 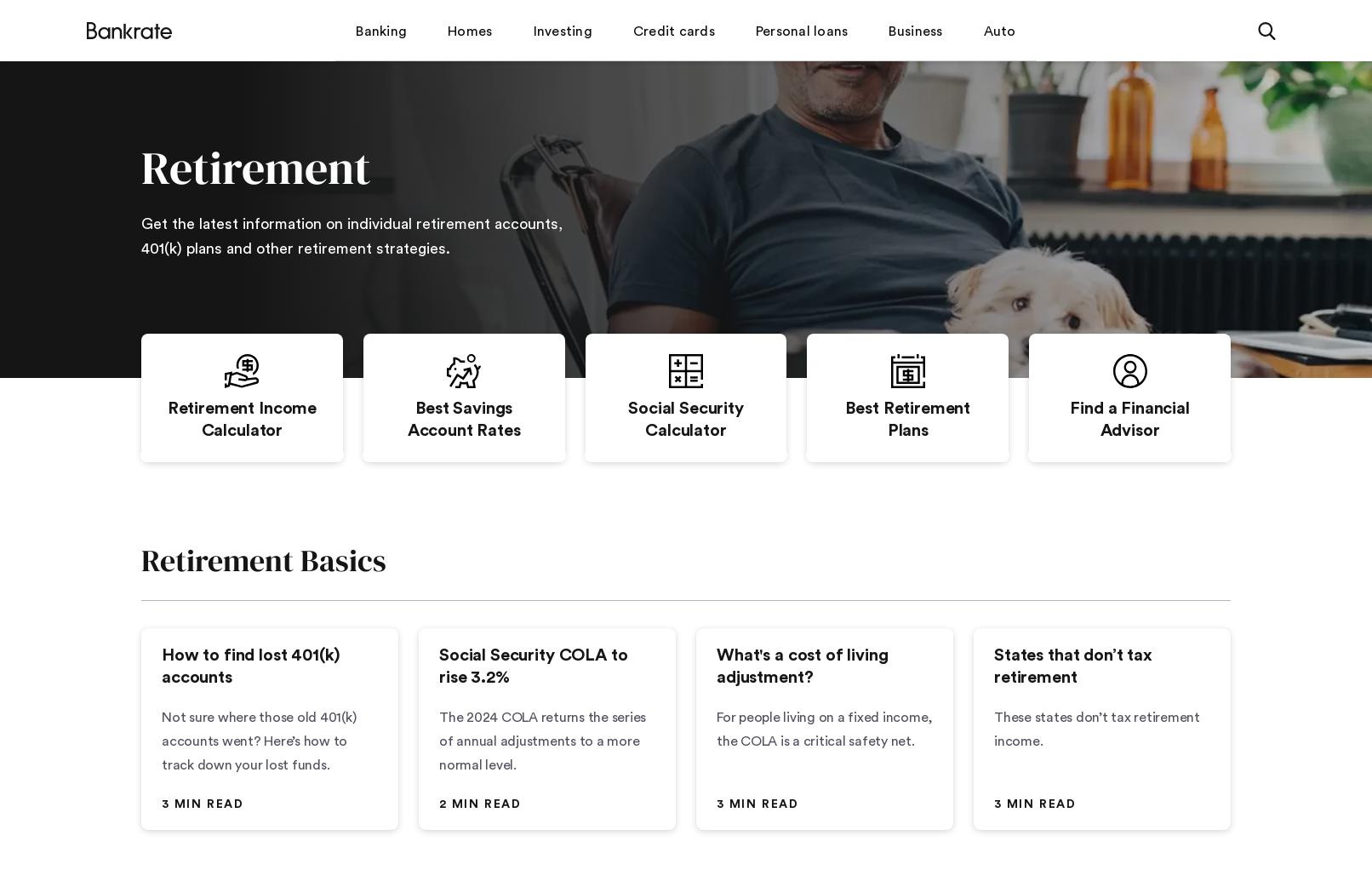 What do you see at coordinates (998, 29) in the screenshot?
I see `'Auto'` at bounding box center [998, 29].